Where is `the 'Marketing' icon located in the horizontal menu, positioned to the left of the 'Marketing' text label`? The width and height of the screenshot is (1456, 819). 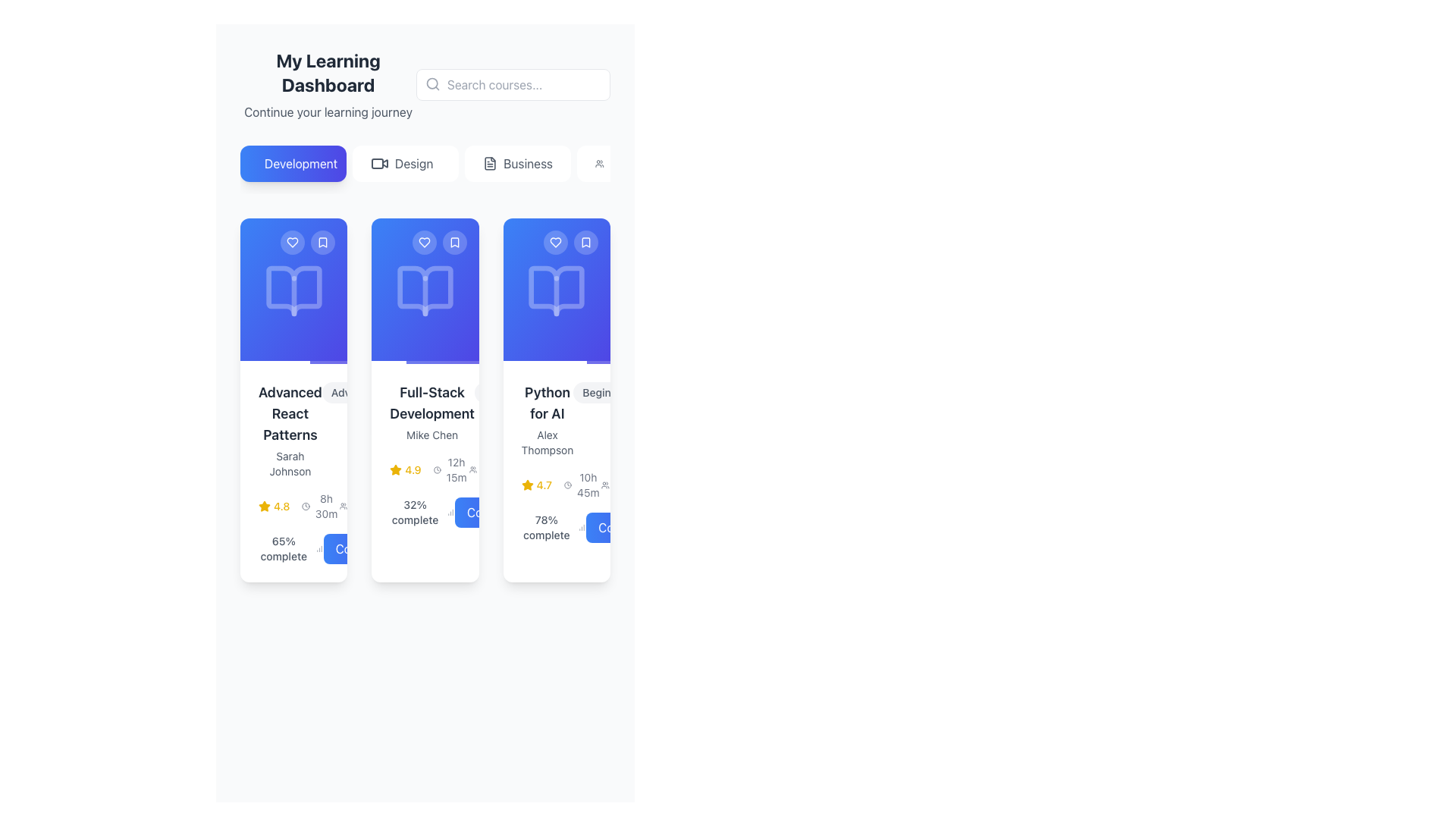 the 'Marketing' icon located in the horizontal menu, positioned to the left of the 'Marketing' text label is located at coordinates (598, 164).